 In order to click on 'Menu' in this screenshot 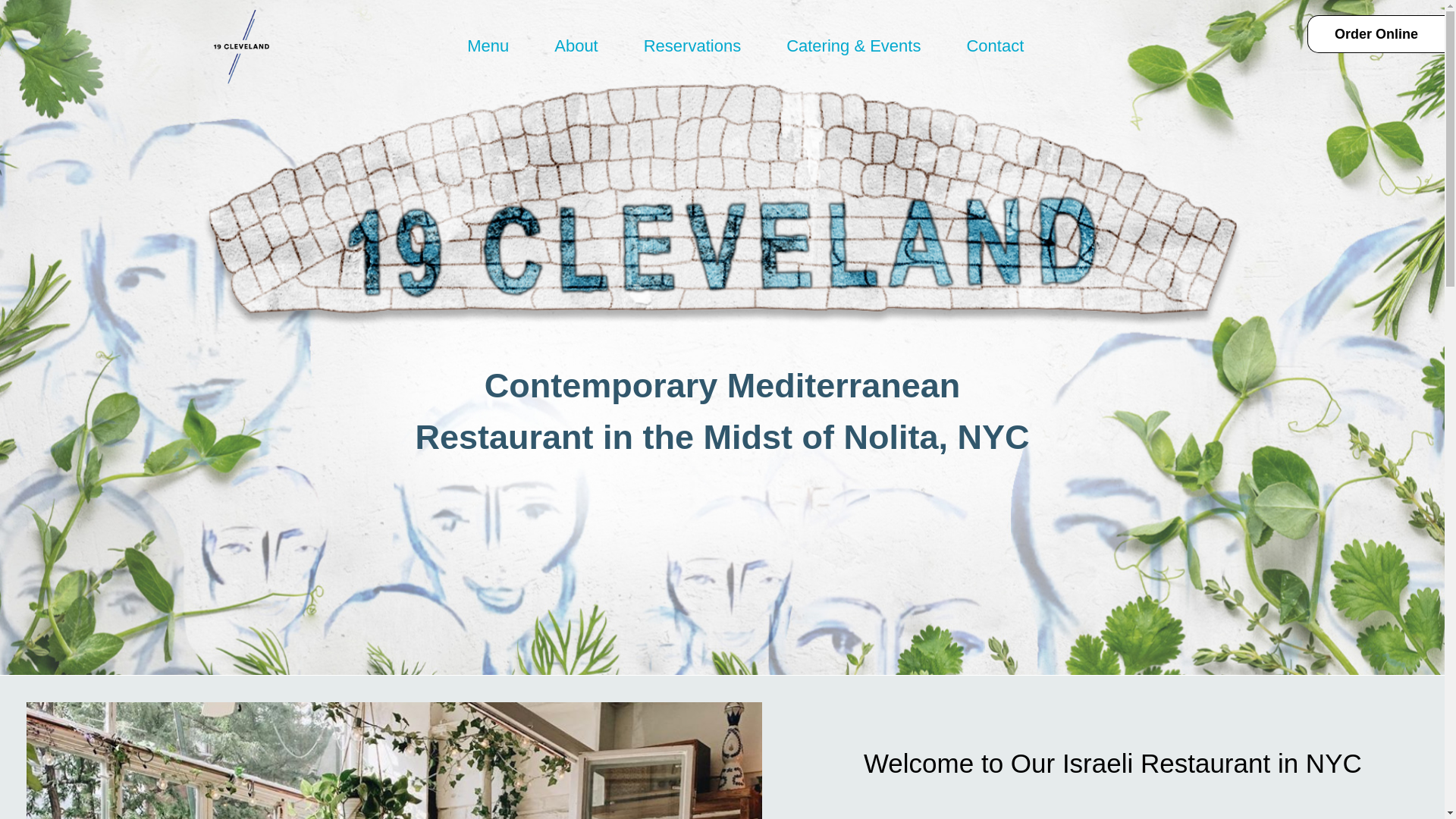, I will do `click(450, 45)`.